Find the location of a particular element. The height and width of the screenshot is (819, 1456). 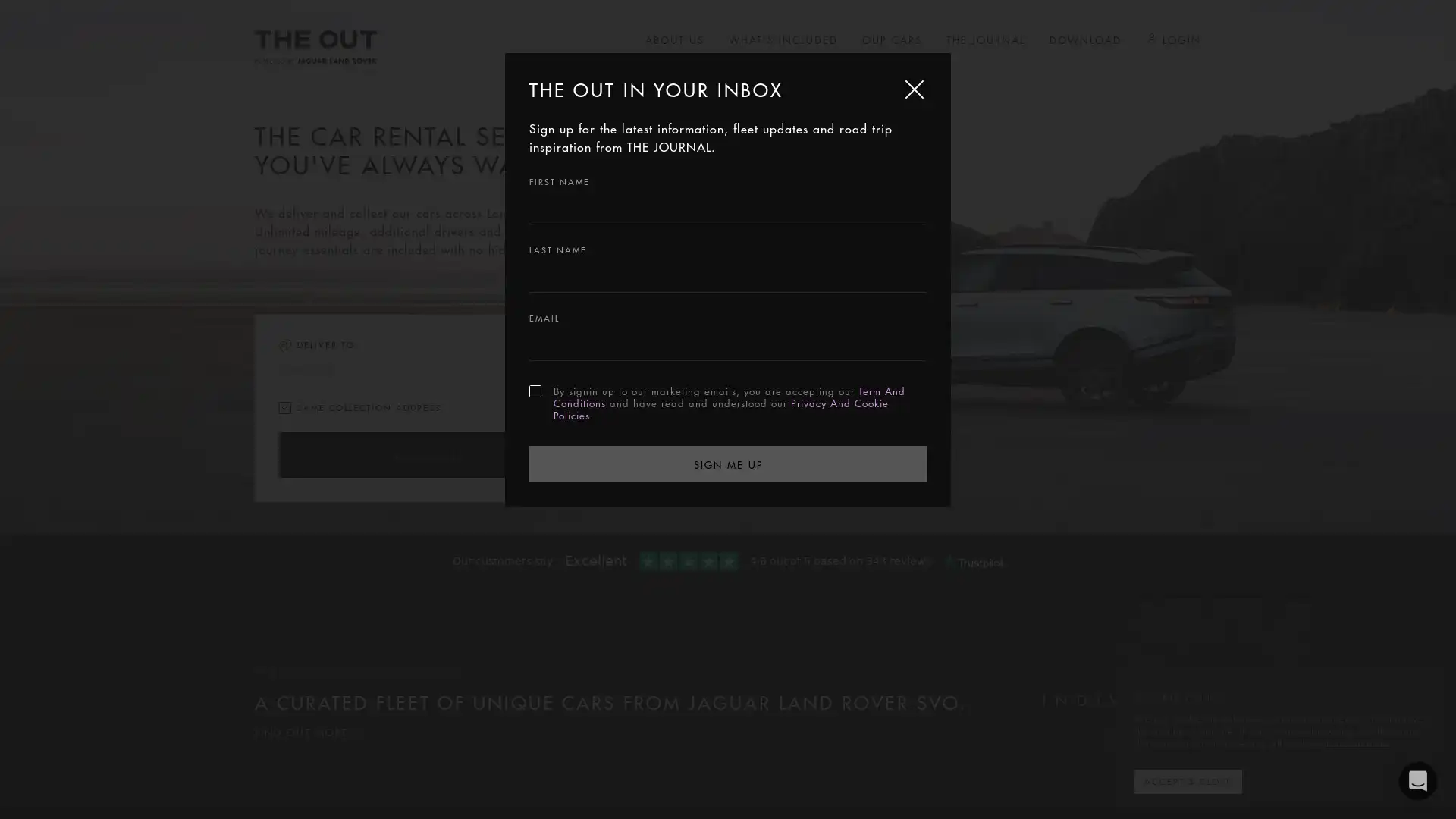

CHOOSE CAR is located at coordinates (425, 454).